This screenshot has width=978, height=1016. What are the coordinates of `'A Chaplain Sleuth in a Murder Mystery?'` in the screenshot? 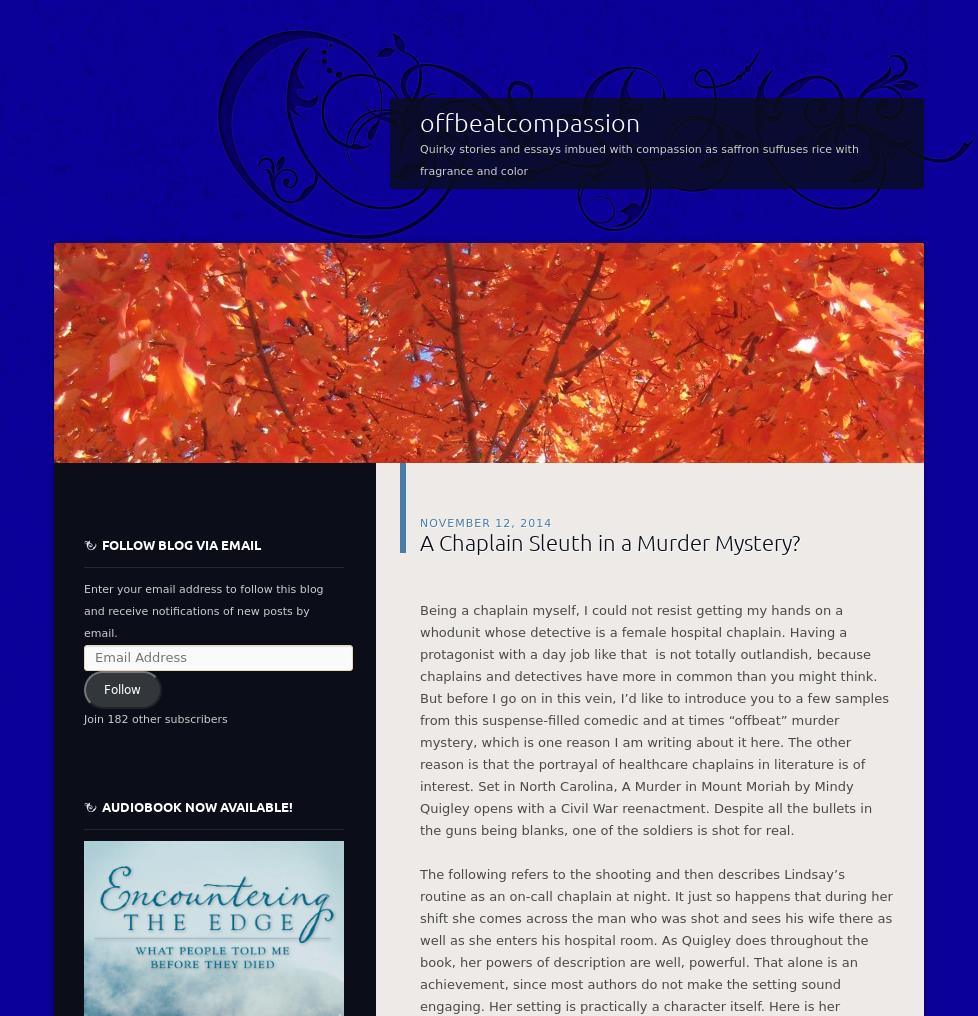 It's located at (609, 540).